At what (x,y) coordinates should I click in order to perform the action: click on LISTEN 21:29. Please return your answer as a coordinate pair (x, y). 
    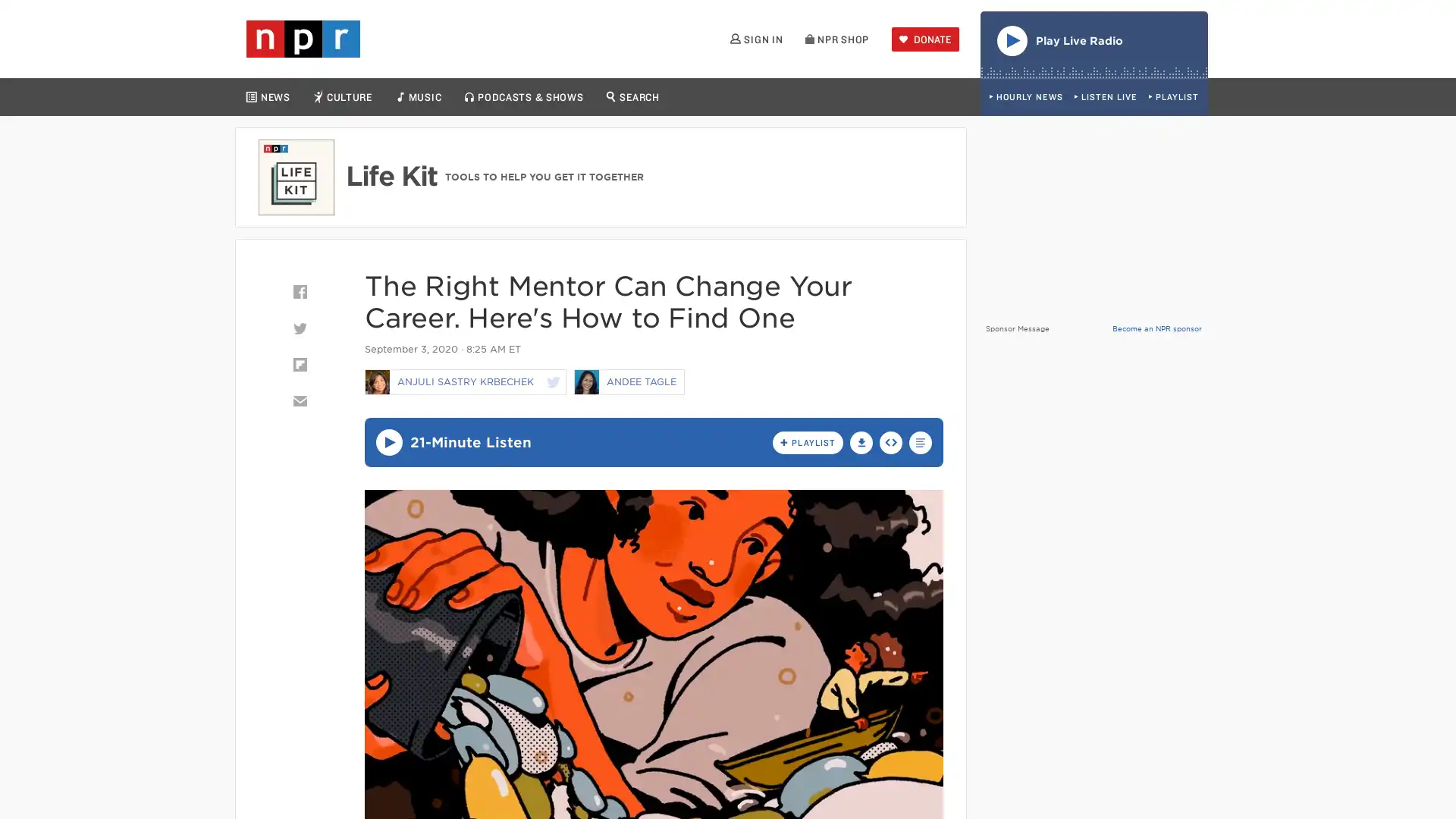
    Looking at the image, I should click on (388, 442).